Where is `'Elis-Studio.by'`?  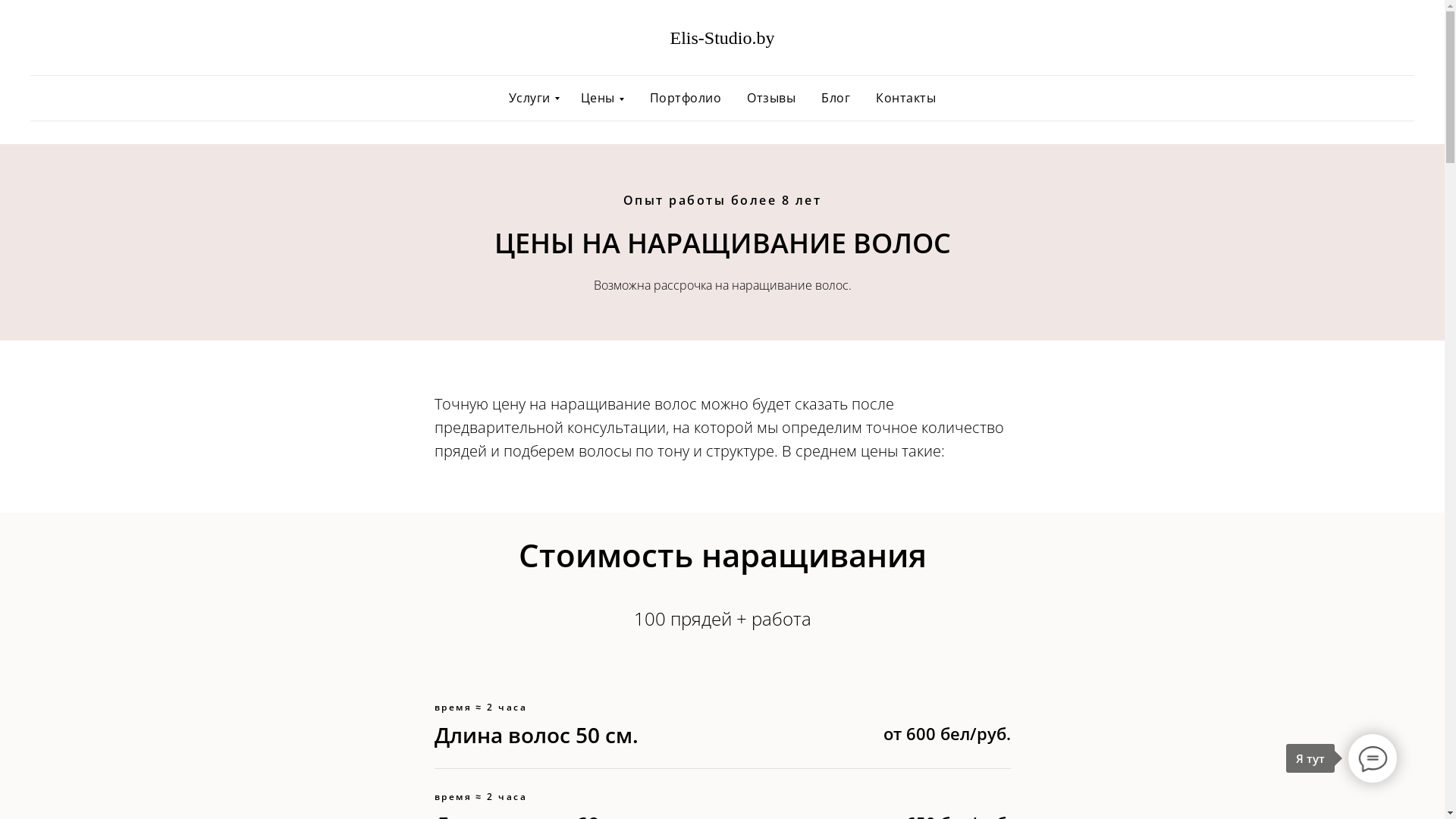
'Elis-Studio.by' is located at coordinates (669, 39).